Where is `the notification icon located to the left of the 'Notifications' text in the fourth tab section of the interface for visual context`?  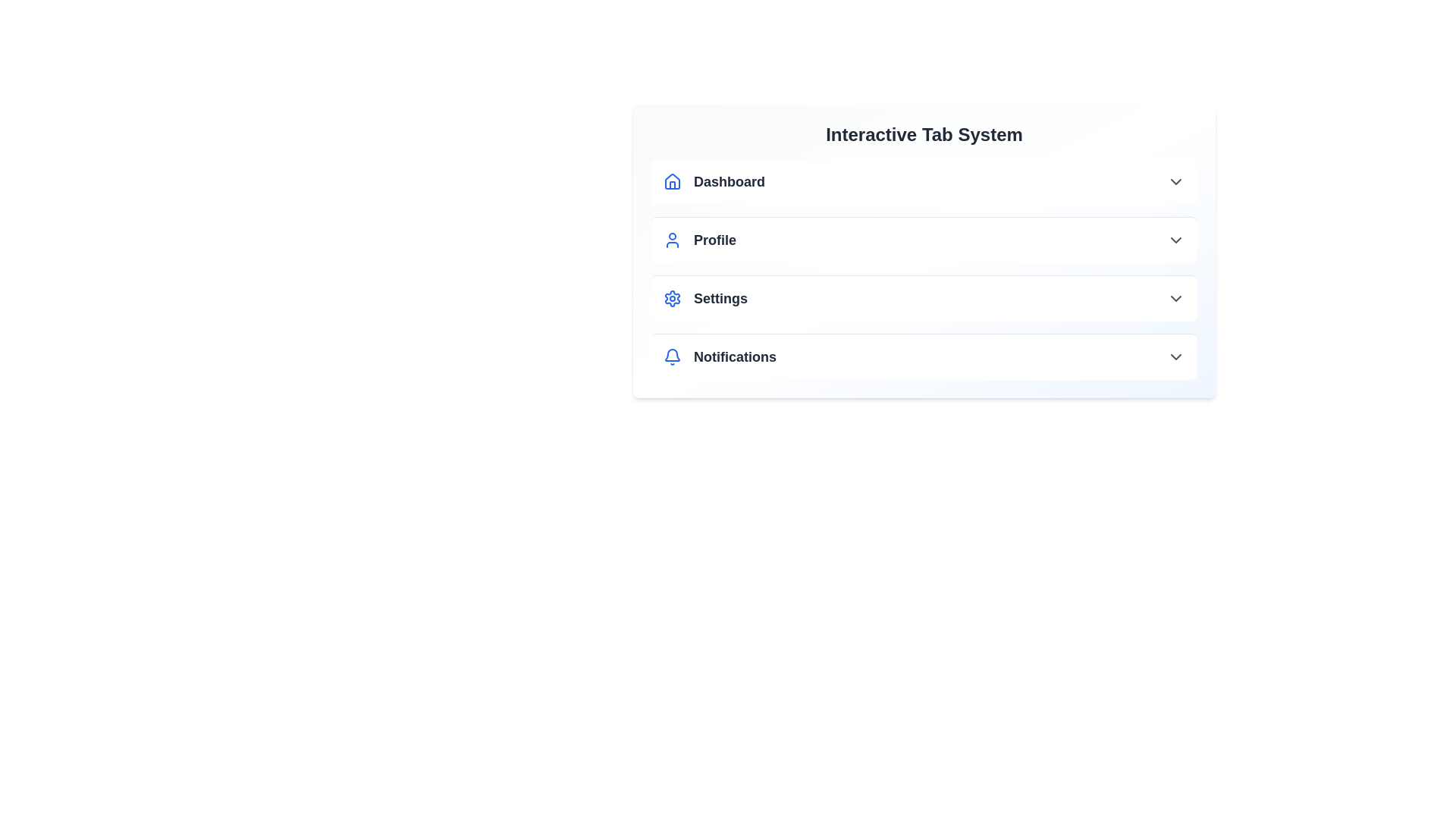
the notification icon located to the left of the 'Notifications' text in the fourth tab section of the interface for visual context is located at coordinates (672, 356).